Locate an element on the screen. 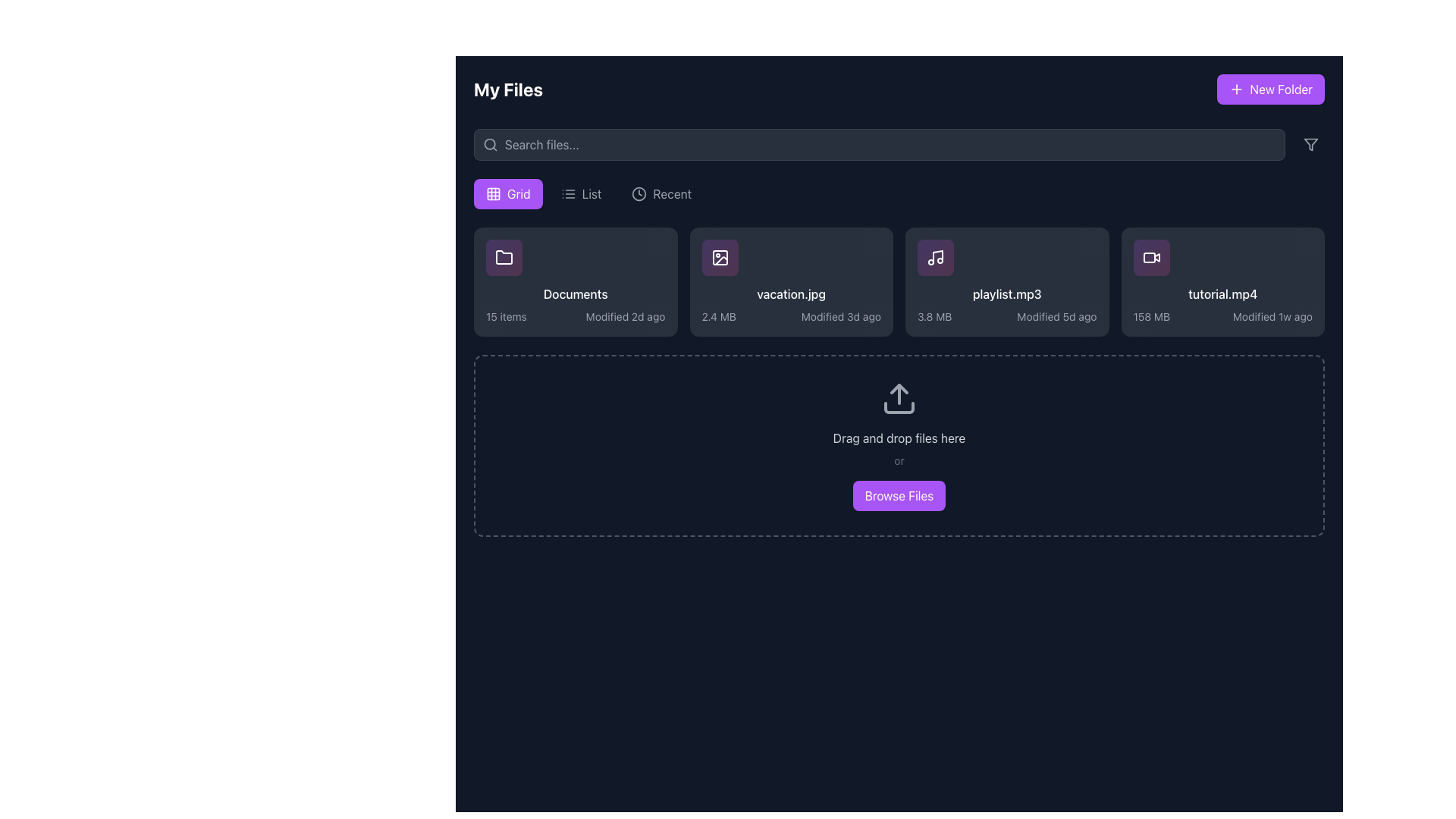  the rounded rectangular shape inside the 'tutorial.mp4' file representation in the top-right area of the file grid is located at coordinates (1149, 256).